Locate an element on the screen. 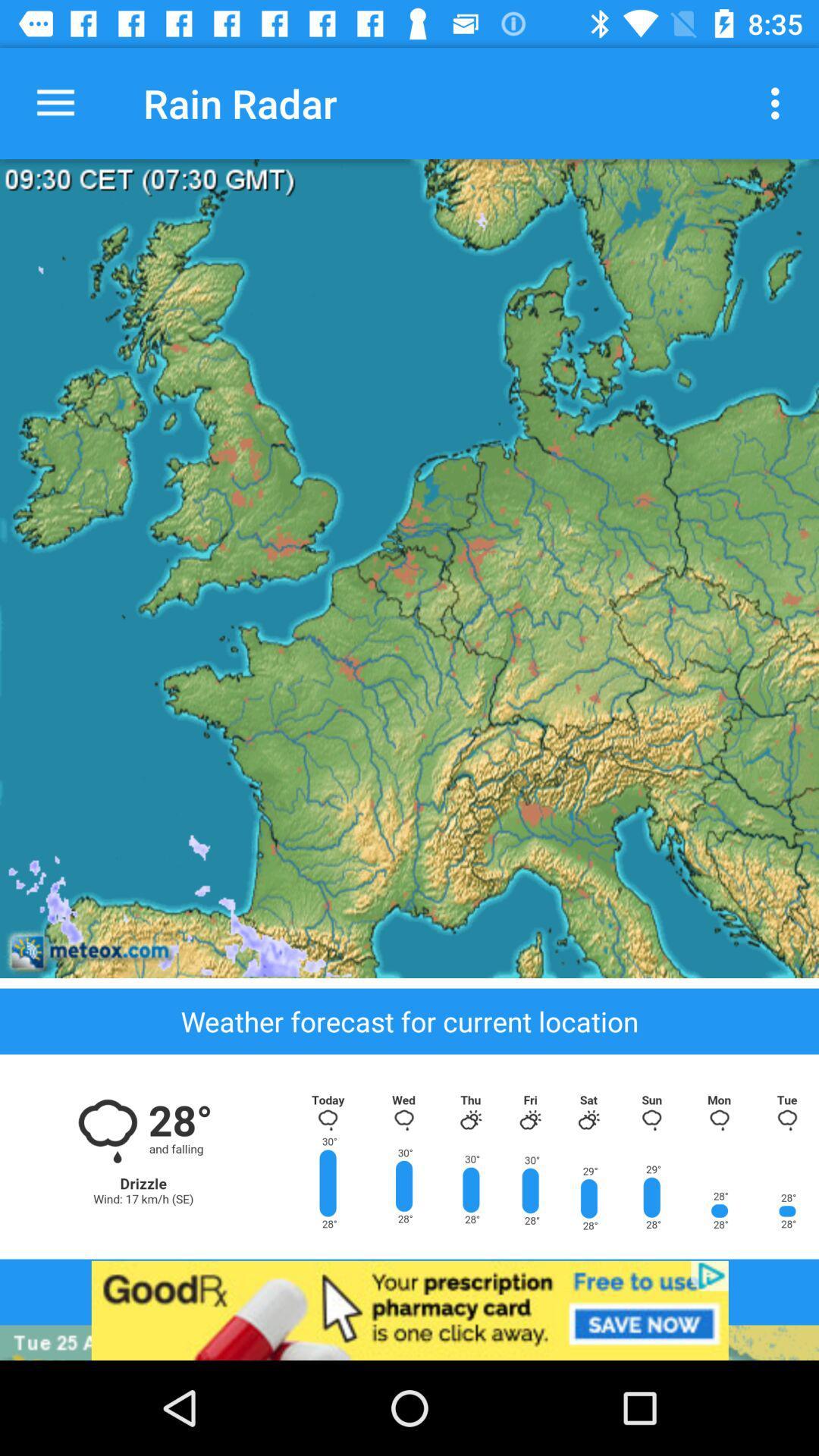 The width and height of the screenshot is (819, 1456). world map is located at coordinates (409, 567).